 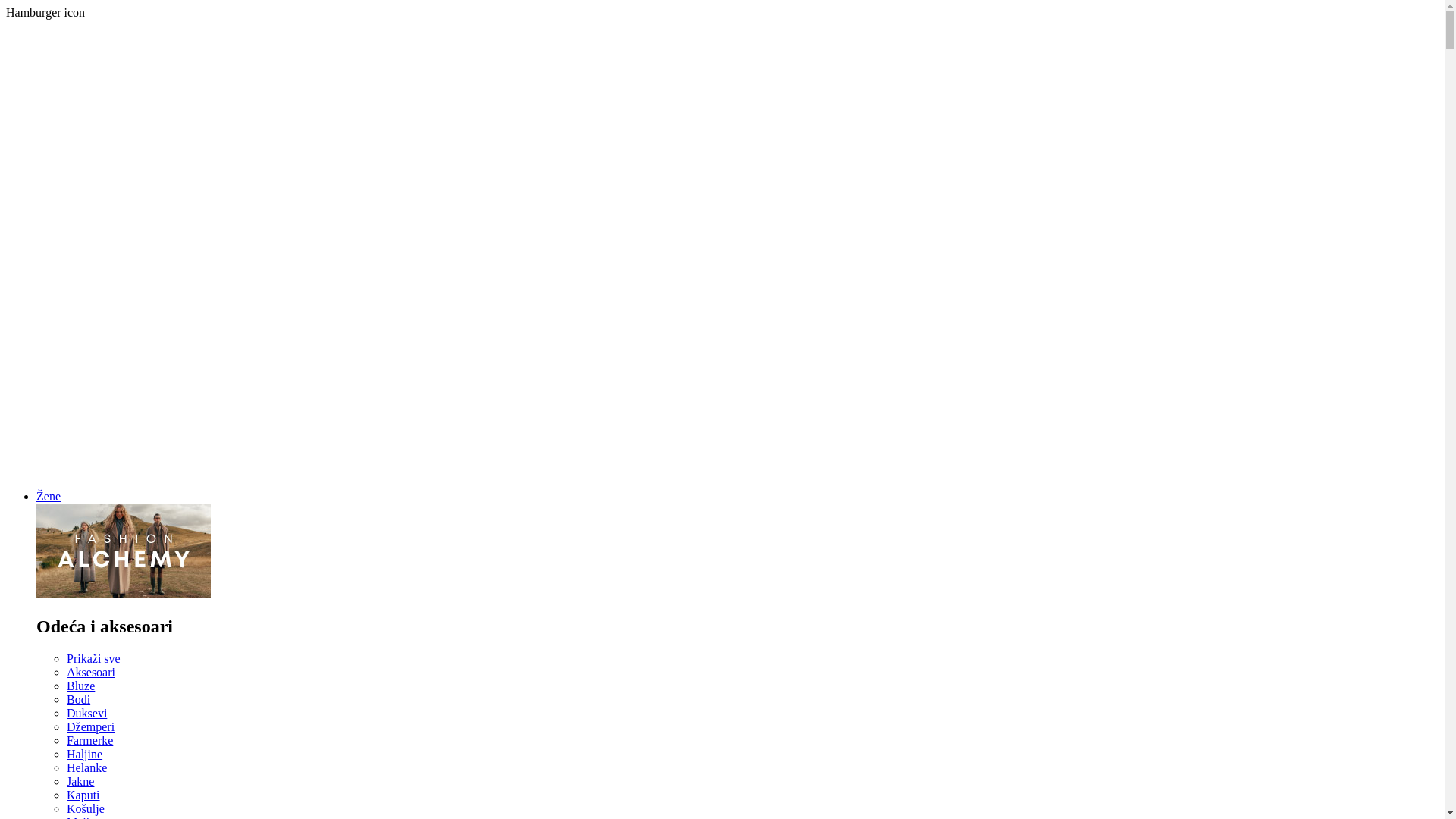 What do you see at coordinates (45, 12) in the screenshot?
I see `'Hamburger icon'` at bounding box center [45, 12].